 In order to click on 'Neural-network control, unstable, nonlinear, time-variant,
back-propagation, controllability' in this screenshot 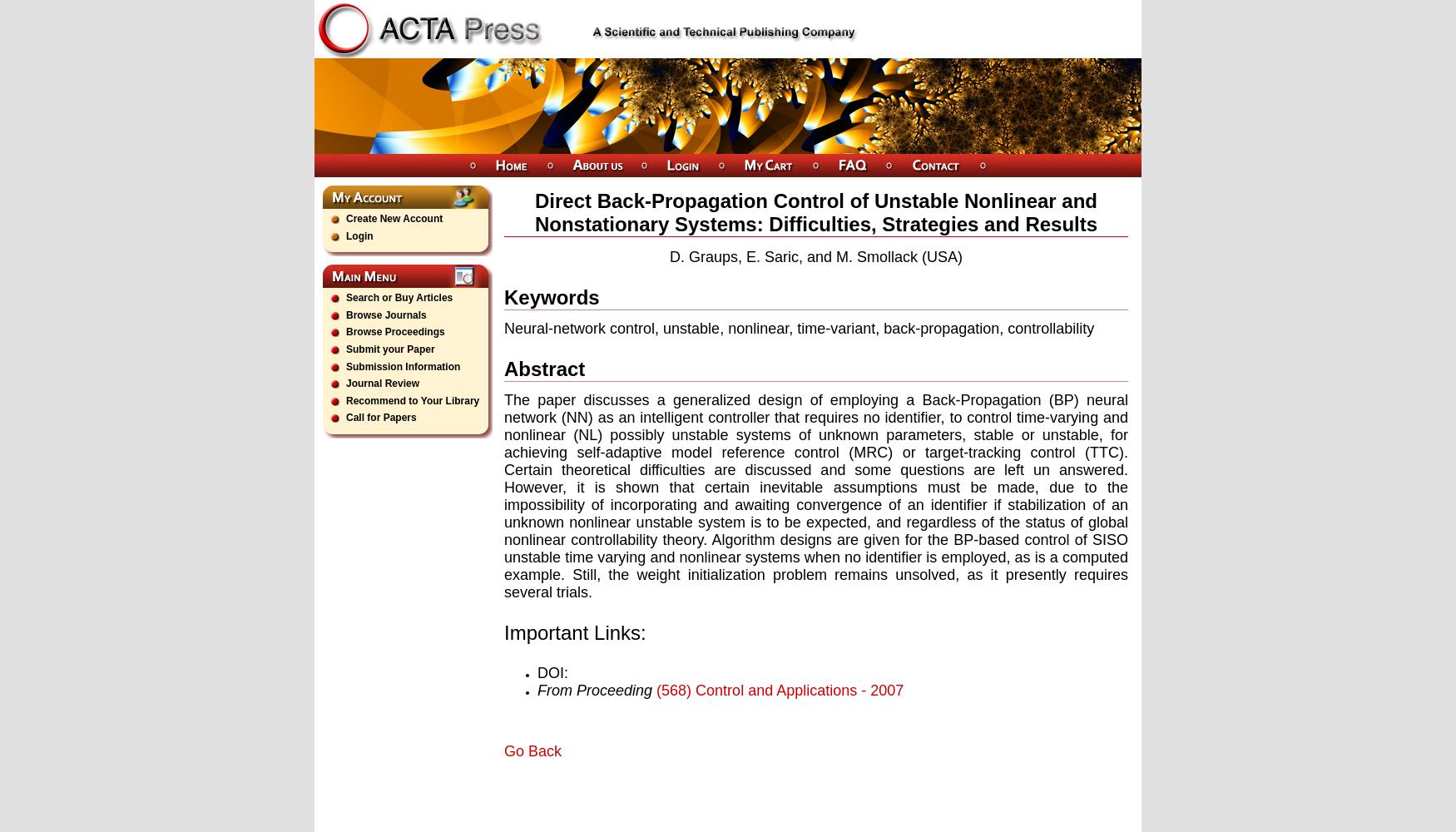, I will do `click(799, 328)`.